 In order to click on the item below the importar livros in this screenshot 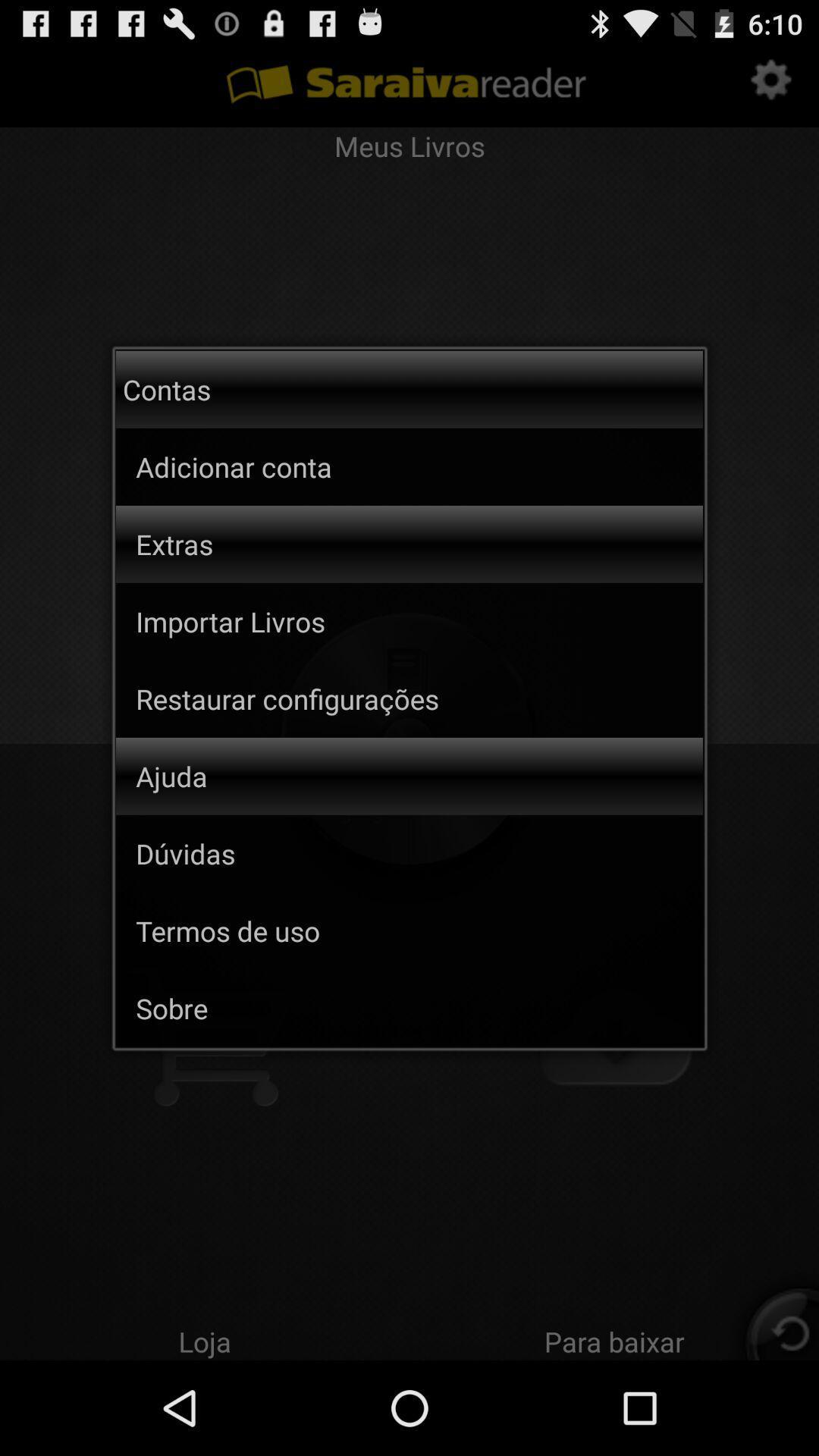, I will do `click(419, 698)`.